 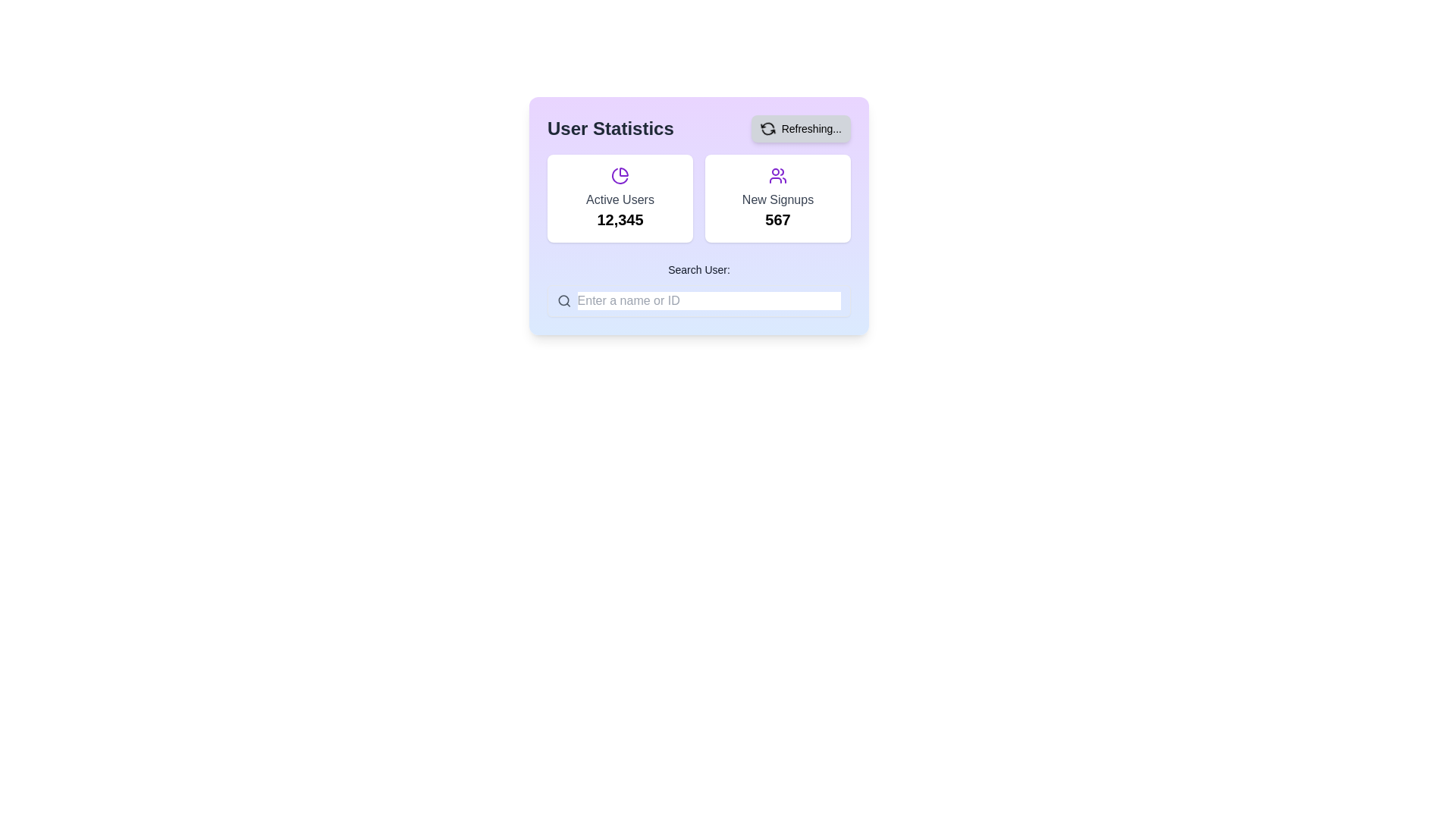 What do you see at coordinates (698, 127) in the screenshot?
I see `the text label styled as a heading indicating 'User Statistics'` at bounding box center [698, 127].